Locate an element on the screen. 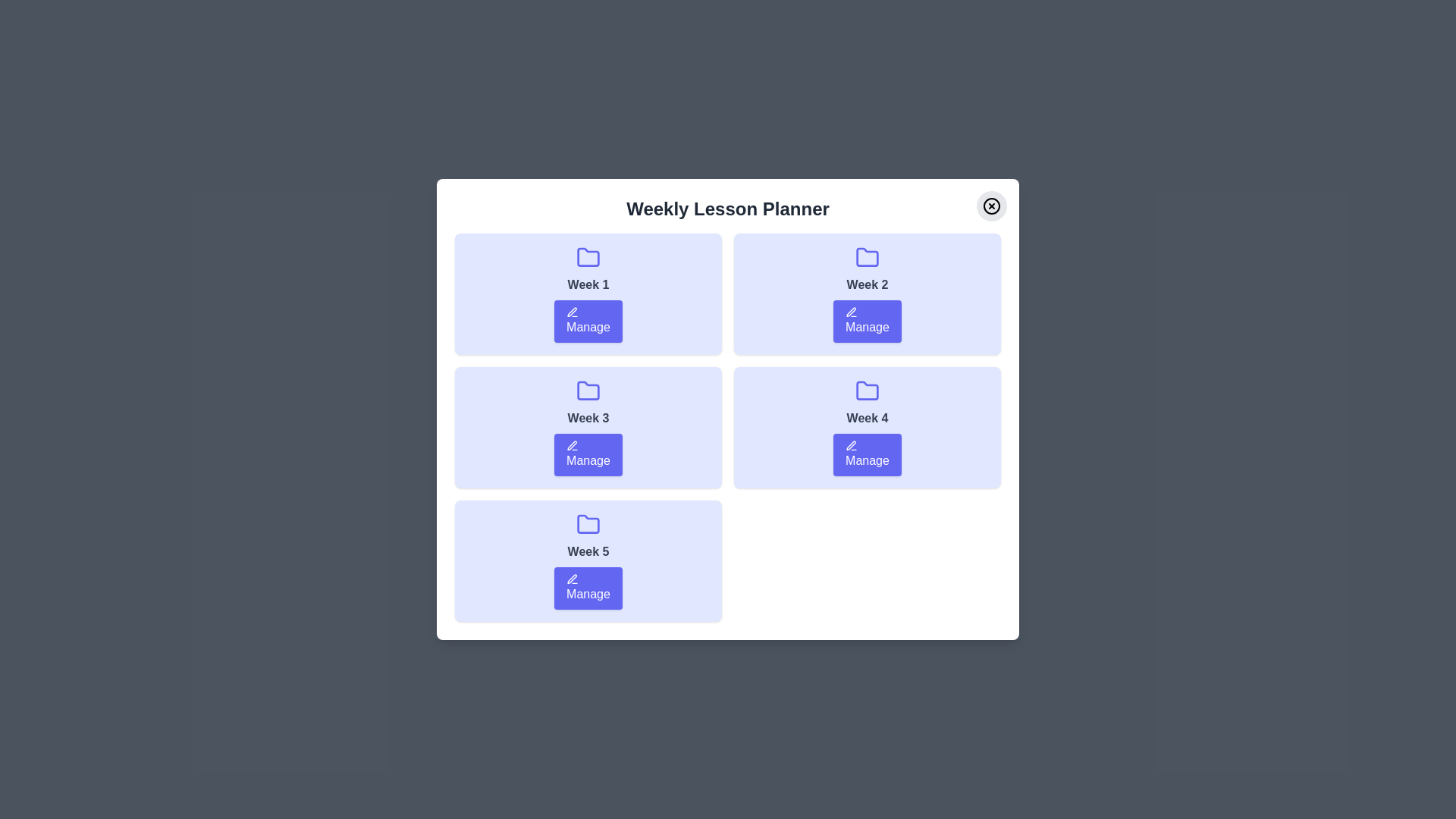 This screenshot has height=819, width=1456. the folder icon for Week 3 is located at coordinates (588, 391).